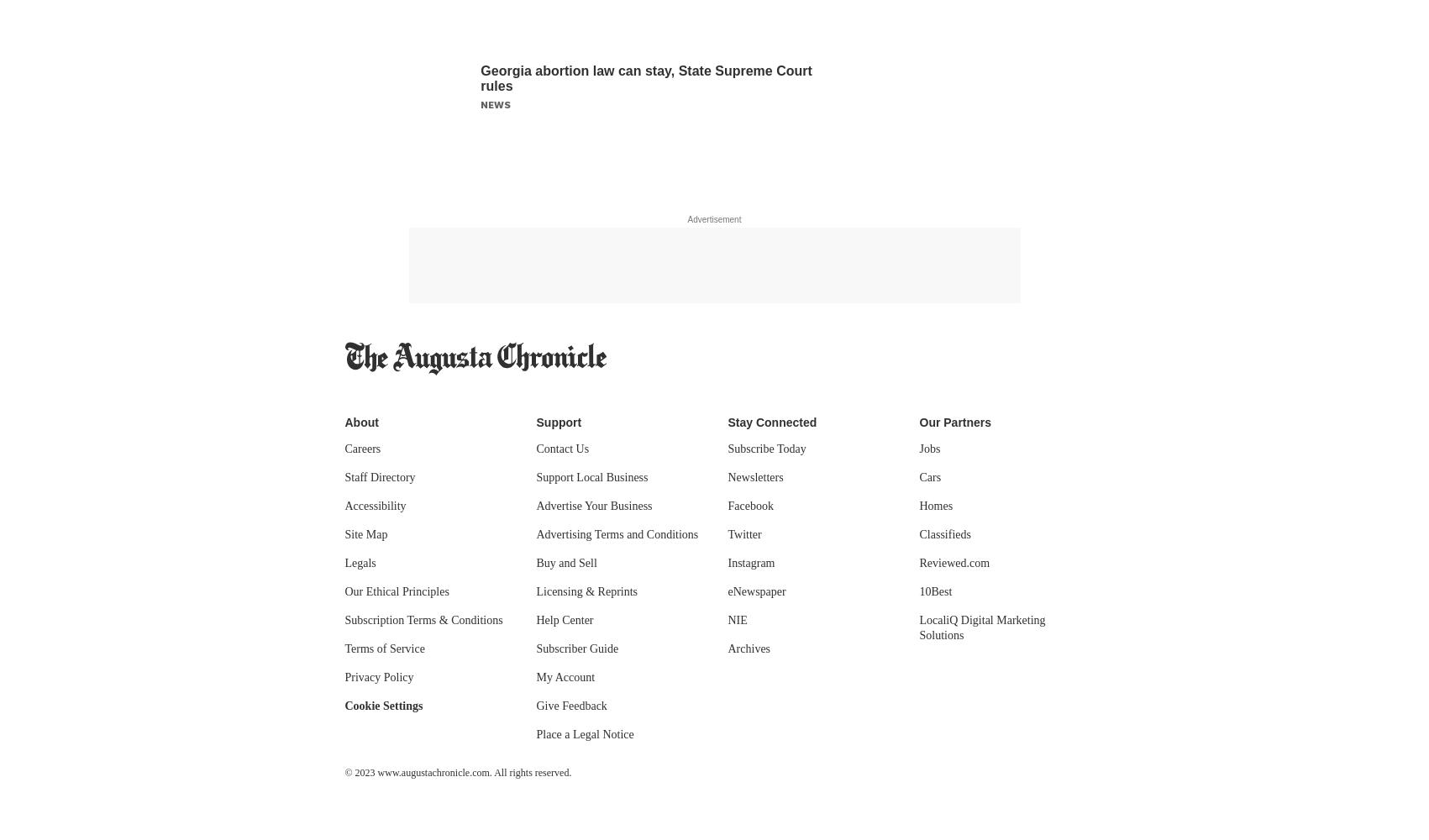  I want to click on 'My Account', so click(564, 677).